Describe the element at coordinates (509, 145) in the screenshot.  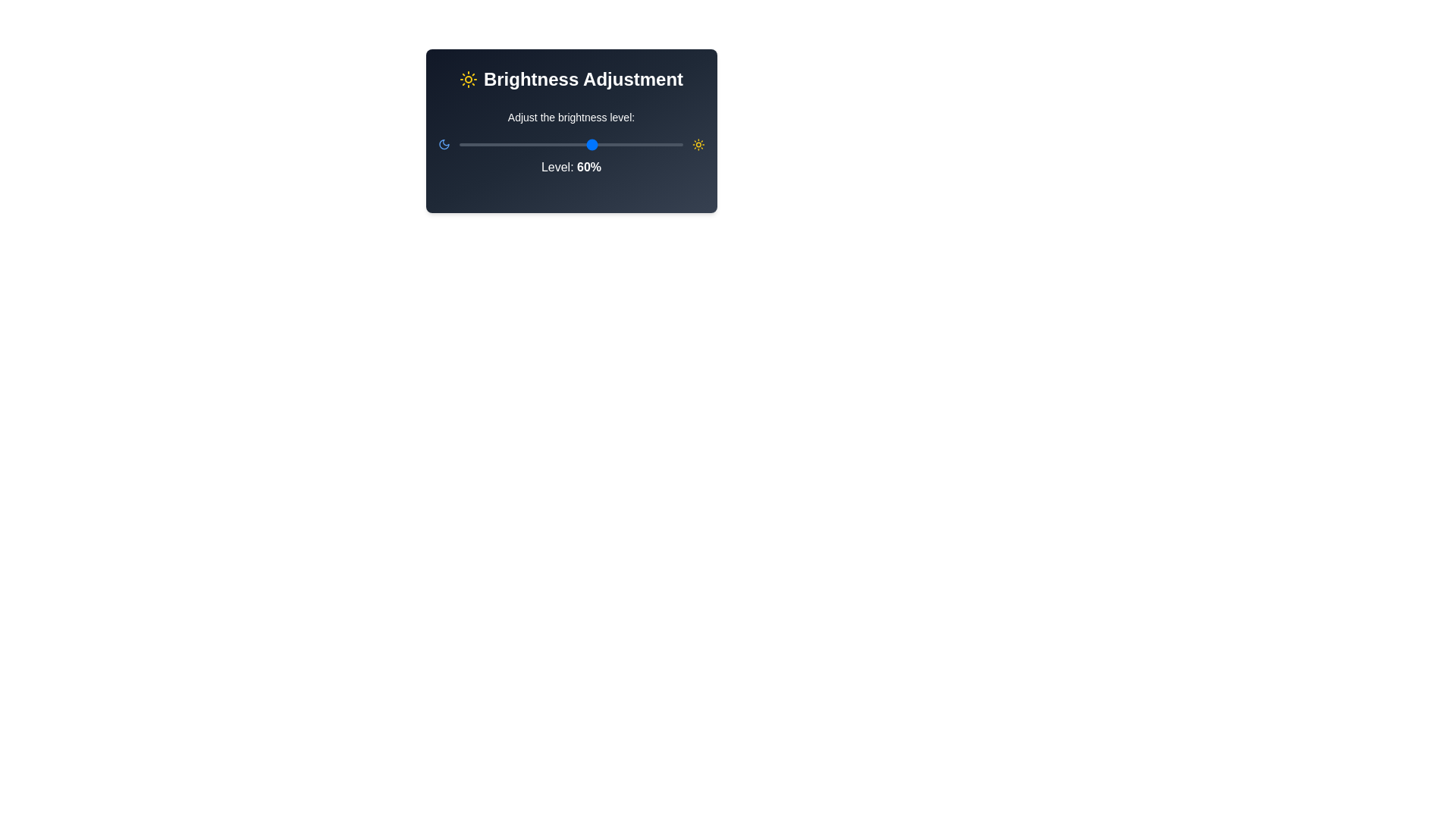
I see `the brightness level` at that location.